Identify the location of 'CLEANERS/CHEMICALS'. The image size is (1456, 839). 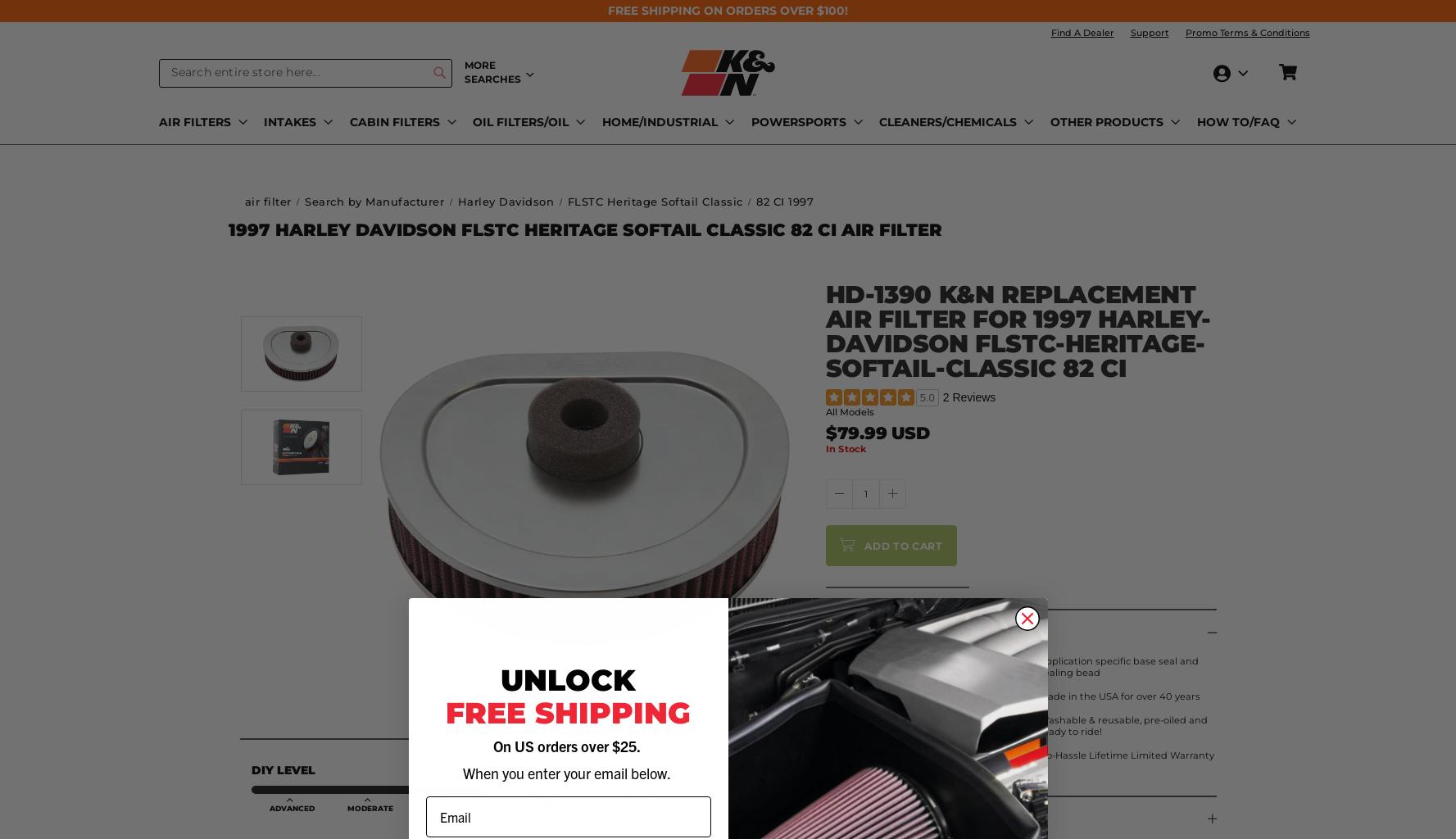
(947, 120).